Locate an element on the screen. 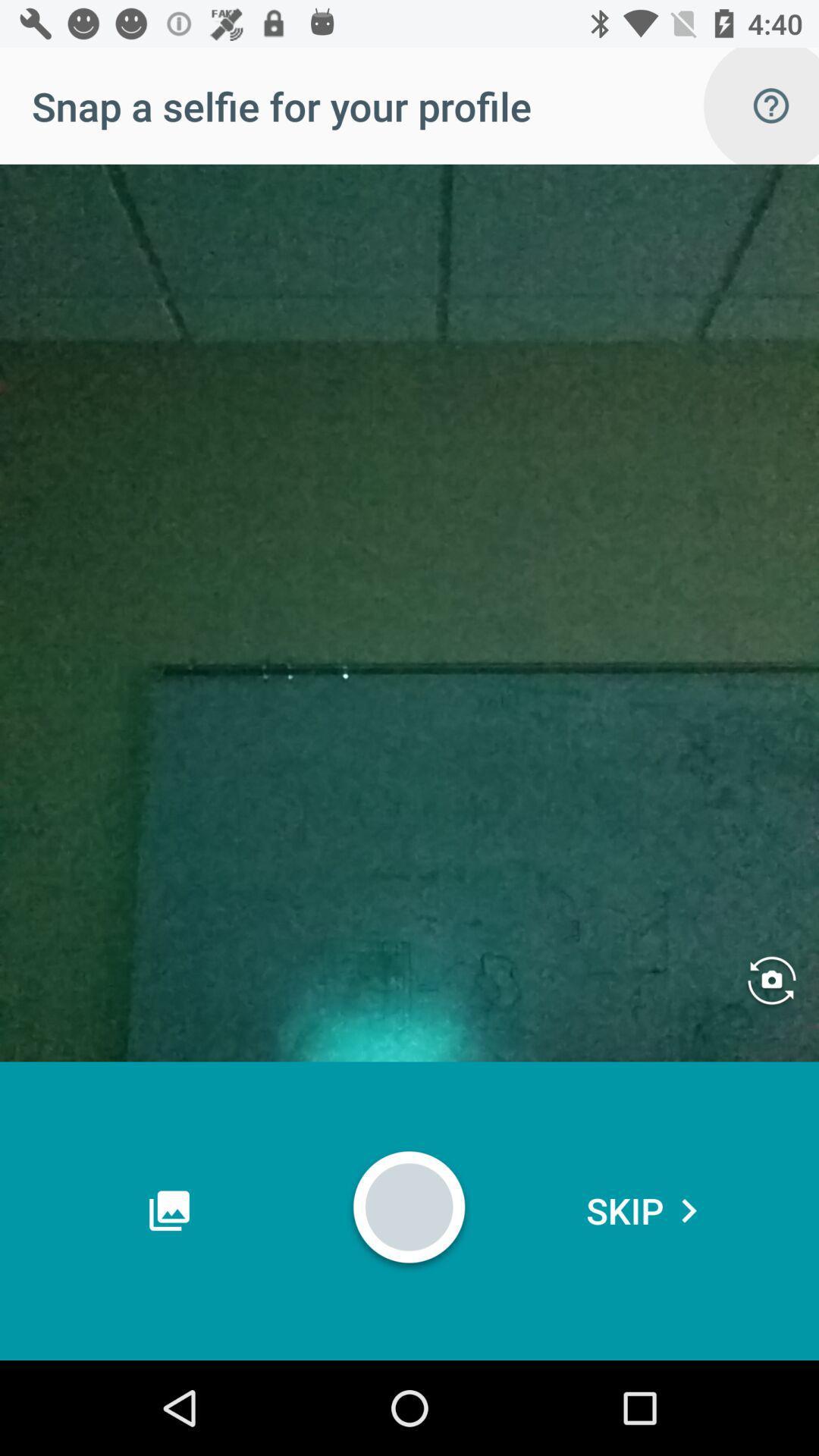  the wallpaper icon is located at coordinates (169, 1210).